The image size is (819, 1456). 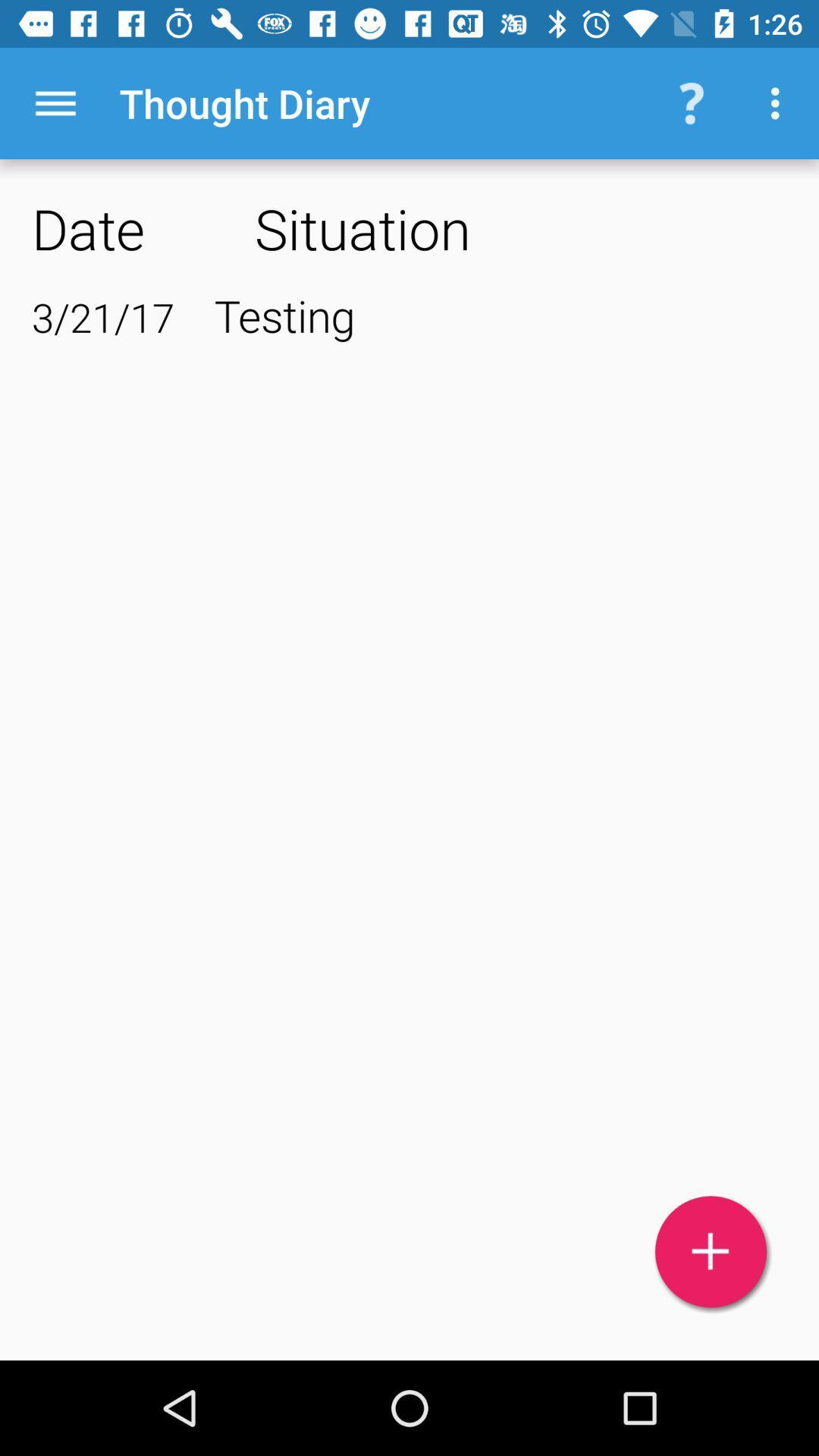 I want to click on icon next to the thought diary, so click(x=55, y=102).